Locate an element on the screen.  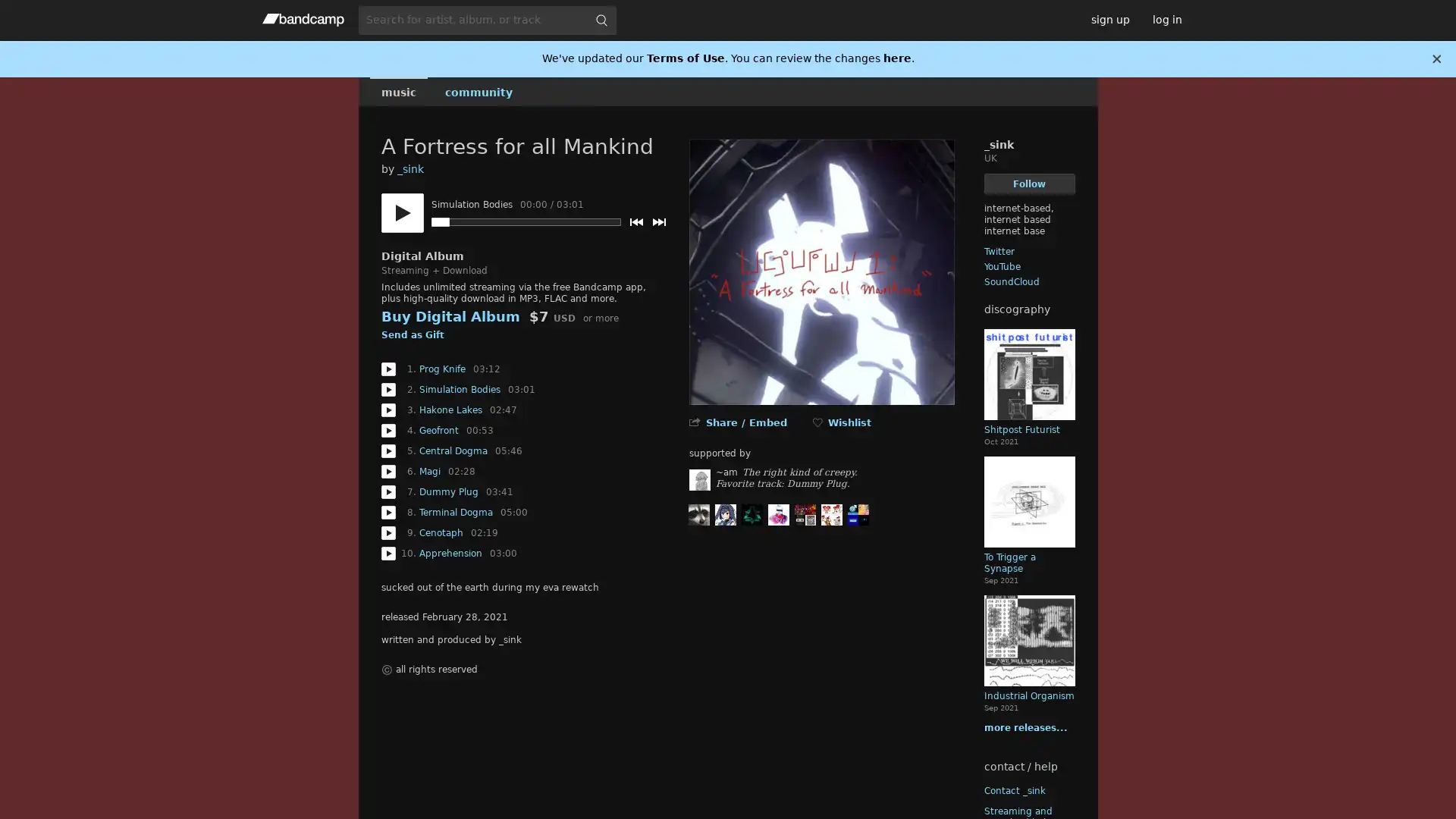
Play Cenotaph is located at coordinates (388, 532).